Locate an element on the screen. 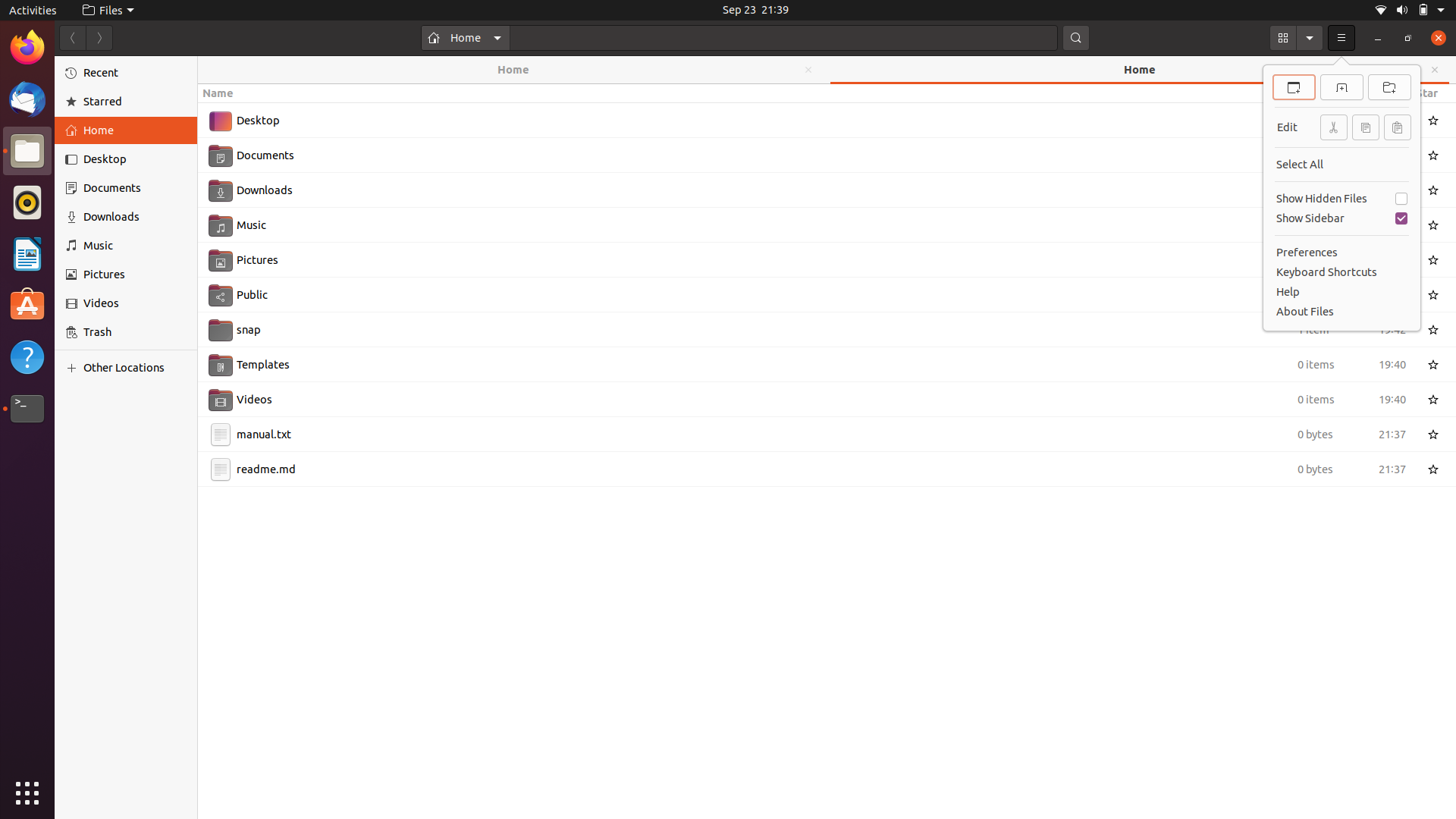 The width and height of the screenshot is (1456, 819). Duplicate the readme.md file through keyboard actions is located at coordinates (810, 467).